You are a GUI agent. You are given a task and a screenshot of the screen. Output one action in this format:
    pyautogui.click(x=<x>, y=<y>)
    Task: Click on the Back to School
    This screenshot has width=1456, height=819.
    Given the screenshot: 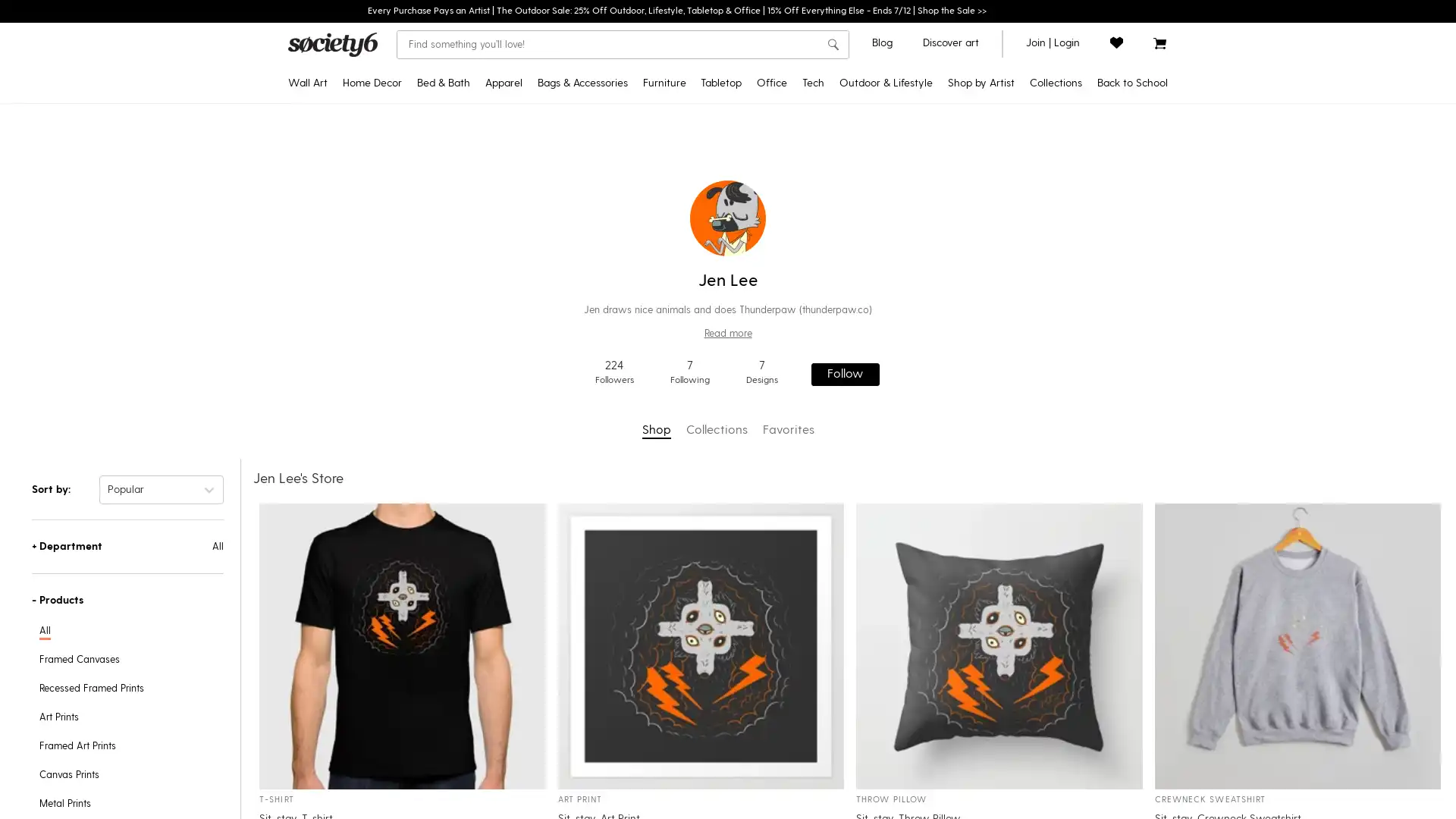 What is the action you would take?
    pyautogui.click(x=1131, y=83)
    